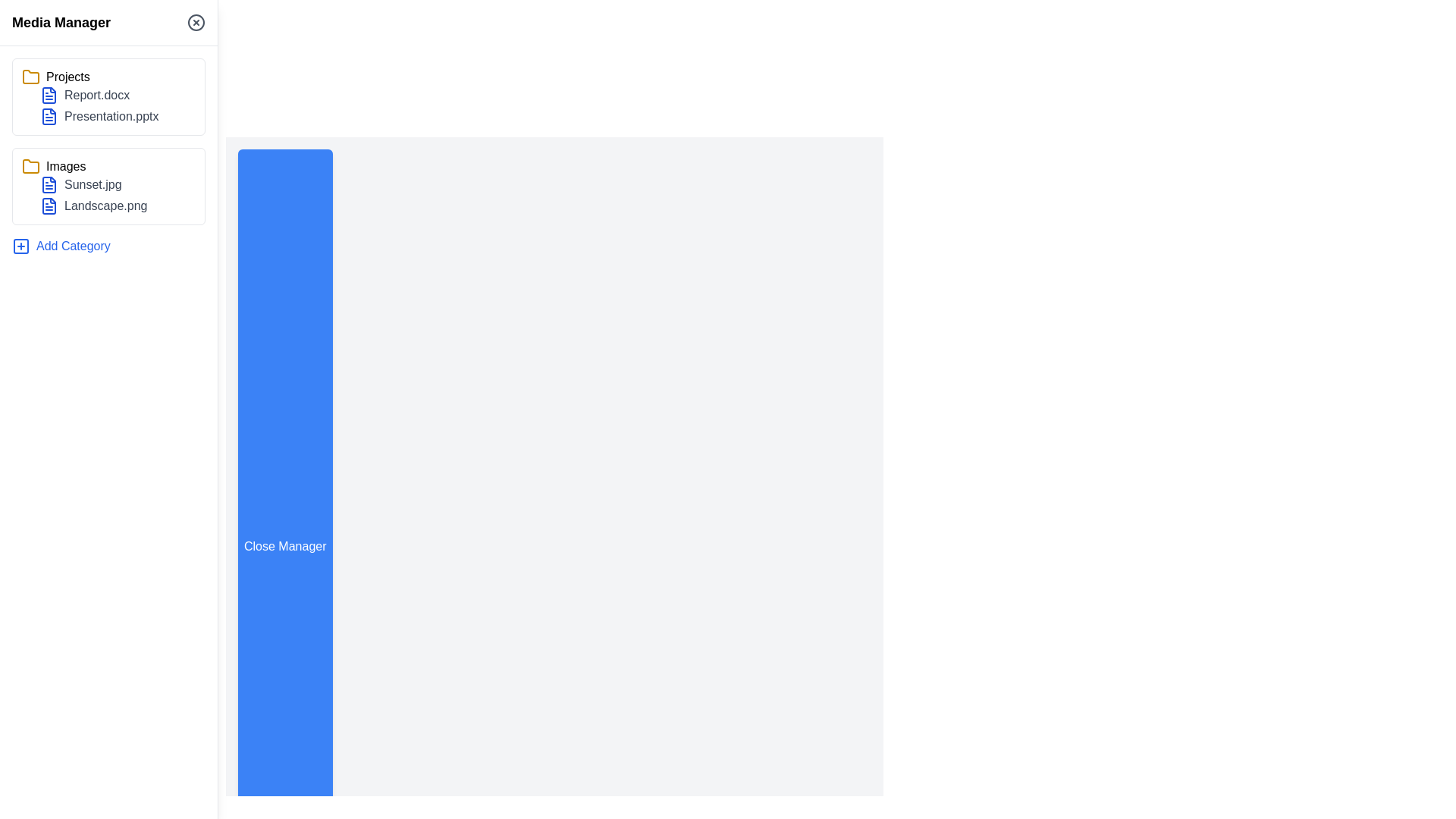 The height and width of the screenshot is (819, 1456). What do you see at coordinates (61, 245) in the screenshot?
I see `the 'Add Category' interactive button, which is styled in blue and located at the bottom of the sidebar, just below 'Images' and 'Landscape.png', to initiate the addition of a new category` at bounding box center [61, 245].